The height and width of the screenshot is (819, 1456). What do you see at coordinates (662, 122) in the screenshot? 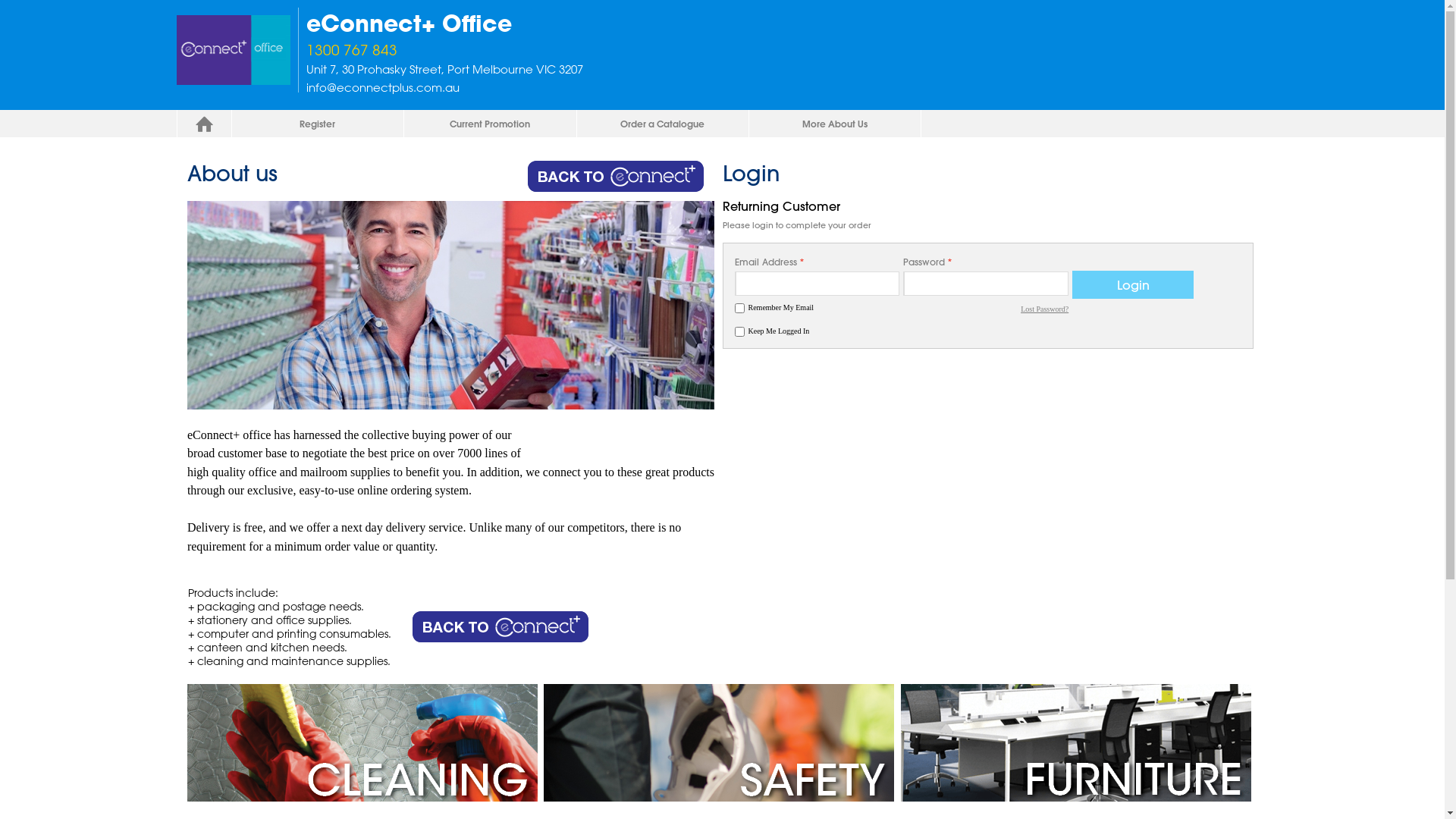
I see `'Order a Catalogue'` at bounding box center [662, 122].